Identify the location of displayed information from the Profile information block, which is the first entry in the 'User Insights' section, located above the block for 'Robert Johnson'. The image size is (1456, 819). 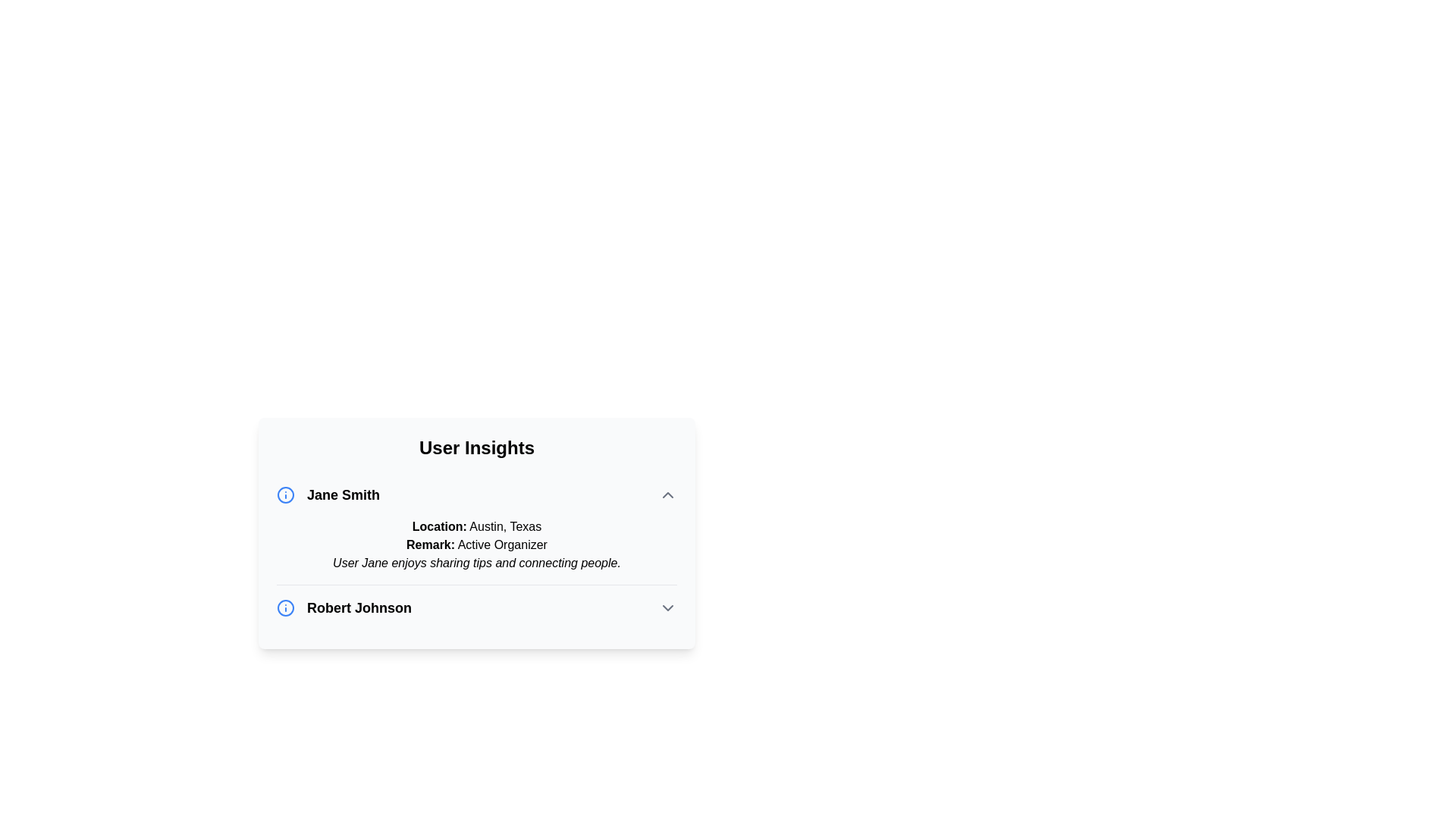
(475, 551).